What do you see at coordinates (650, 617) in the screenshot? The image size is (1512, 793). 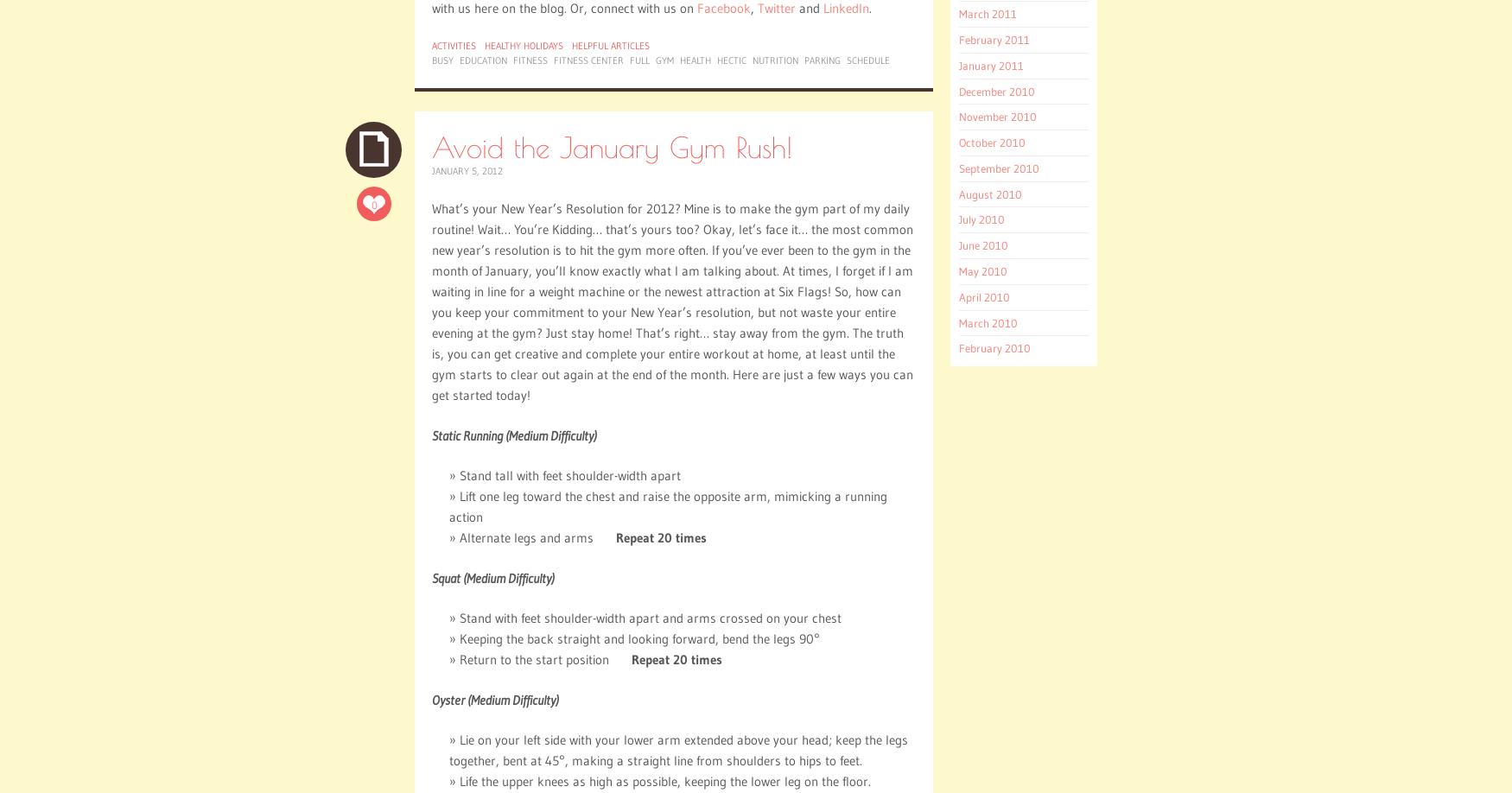 I see `'Stand with feet shoulder-width apart and arms crossed on your chest'` at bounding box center [650, 617].